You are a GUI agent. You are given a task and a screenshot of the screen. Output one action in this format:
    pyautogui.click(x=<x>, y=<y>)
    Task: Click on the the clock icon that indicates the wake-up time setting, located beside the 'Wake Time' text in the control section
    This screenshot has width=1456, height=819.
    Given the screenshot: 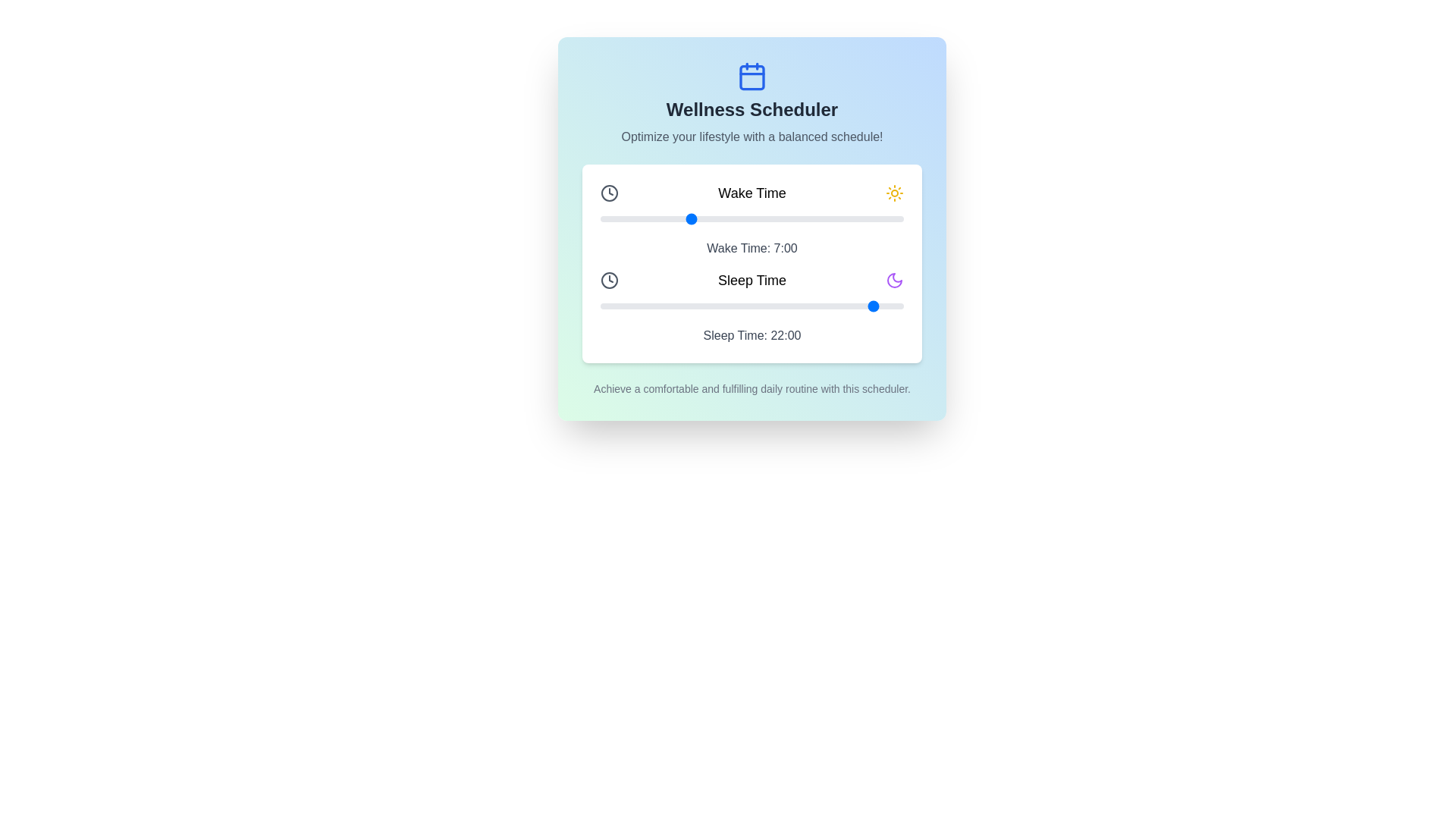 What is the action you would take?
    pyautogui.click(x=610, y=192)
    